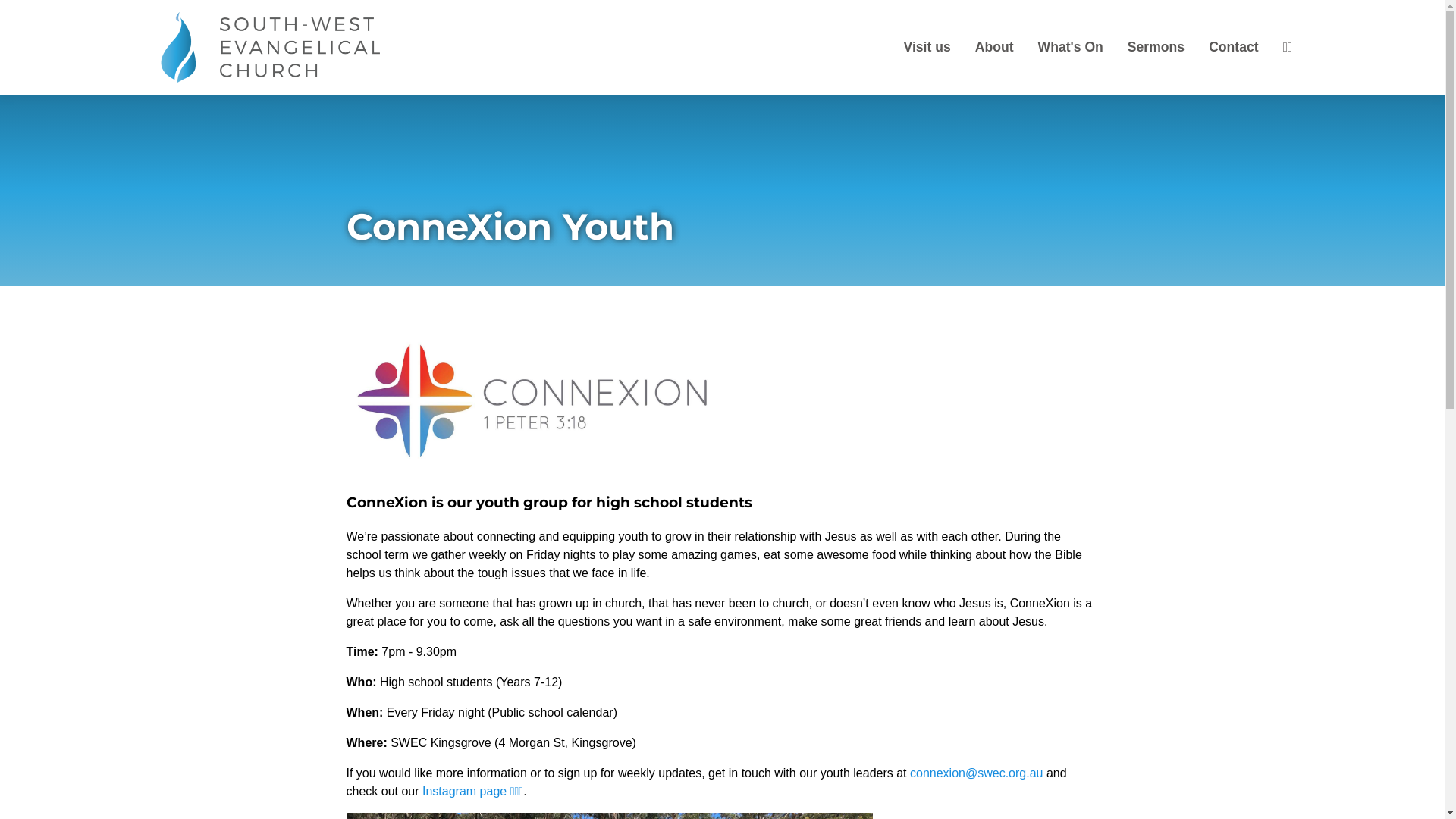 The width and height of the screenshot is (1456, 819). What do you see at coordinates (994, 45) in the screenshot?
I see `'About'` at bounding box center [994, 45].